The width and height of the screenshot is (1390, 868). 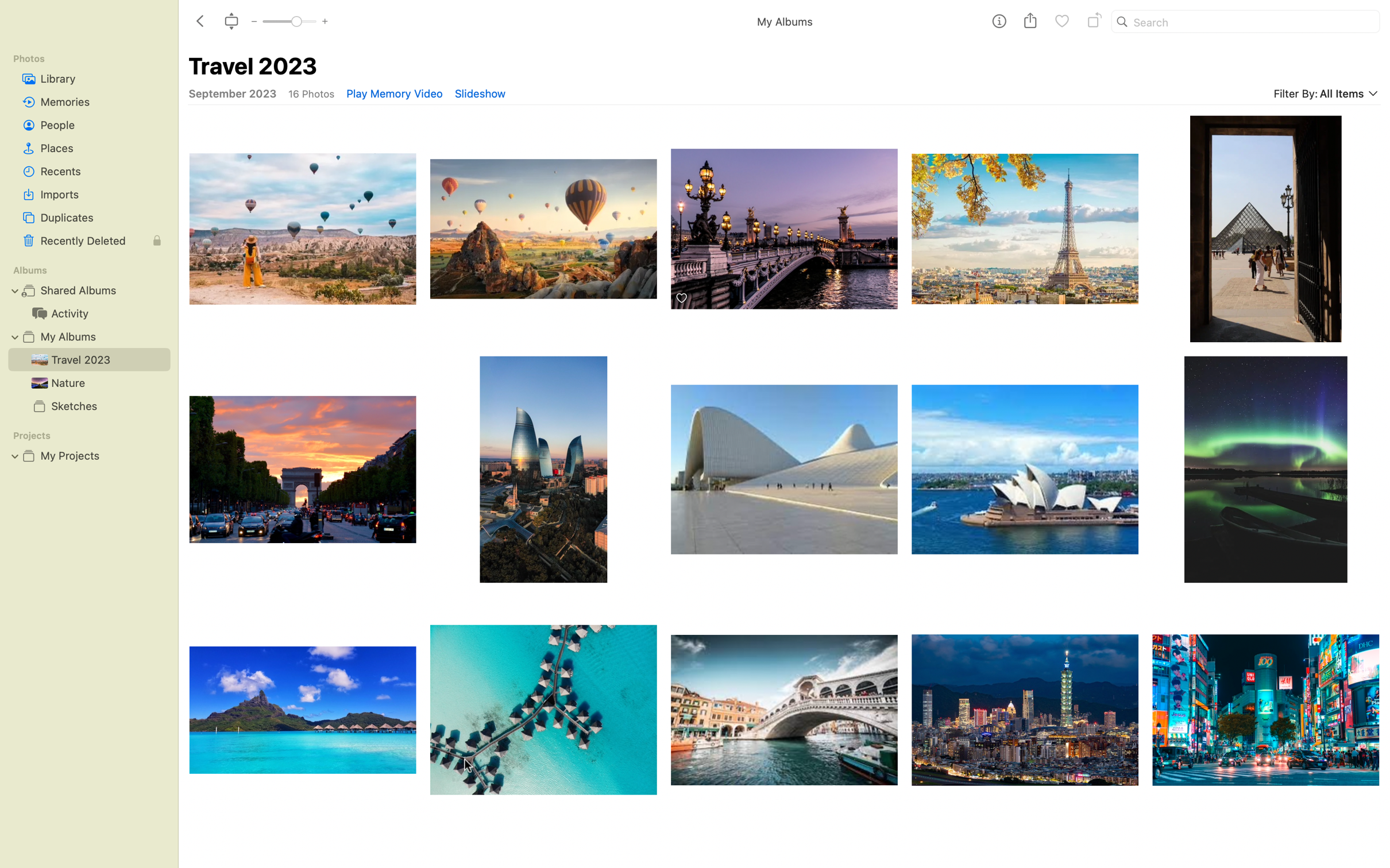 I want to click on the "Nature" album and magnify the photos using the top navigation bar, so click(x=85, y=382).